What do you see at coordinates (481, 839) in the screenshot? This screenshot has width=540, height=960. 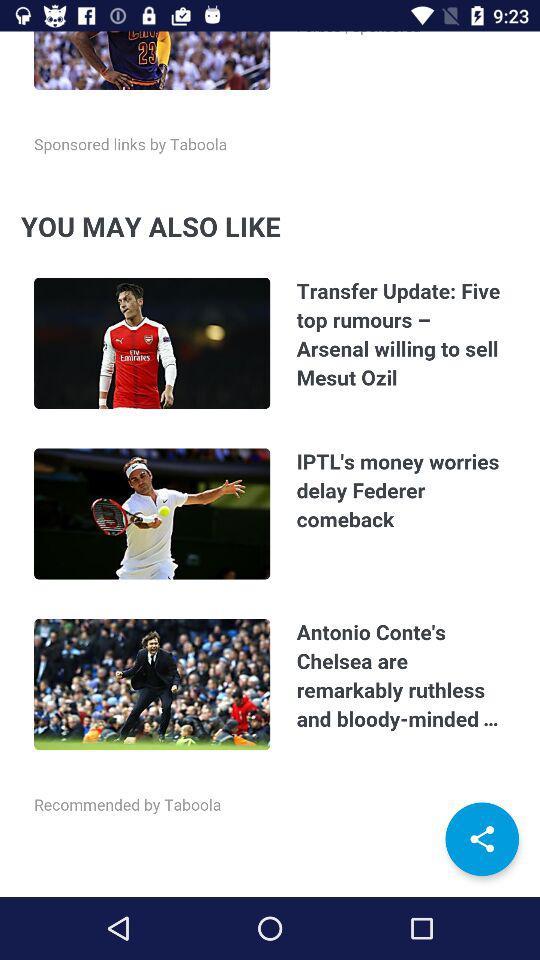 I see `the share icon` at bounding box center [481, 839].